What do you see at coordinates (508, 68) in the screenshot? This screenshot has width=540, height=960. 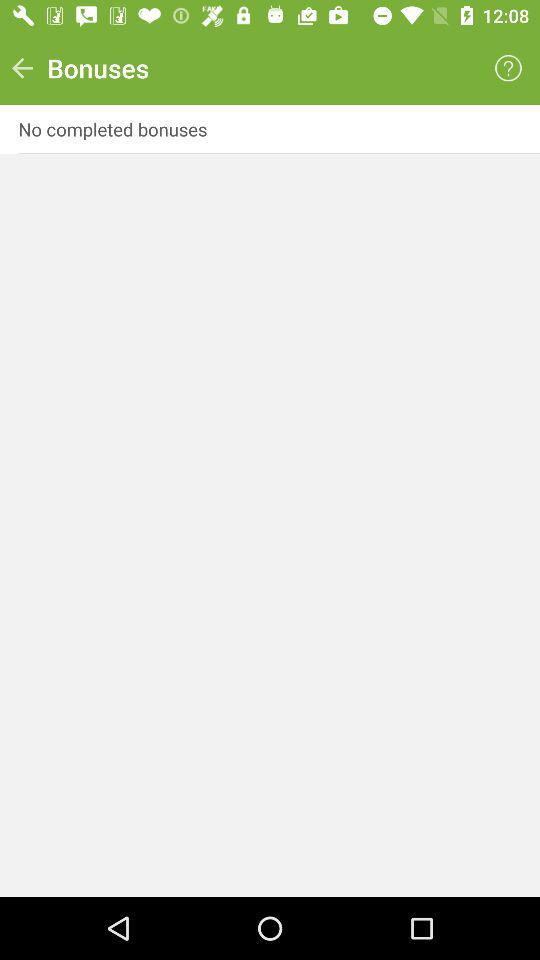 I see `the icon next to the bonuses` at bounding box center [508, 68].